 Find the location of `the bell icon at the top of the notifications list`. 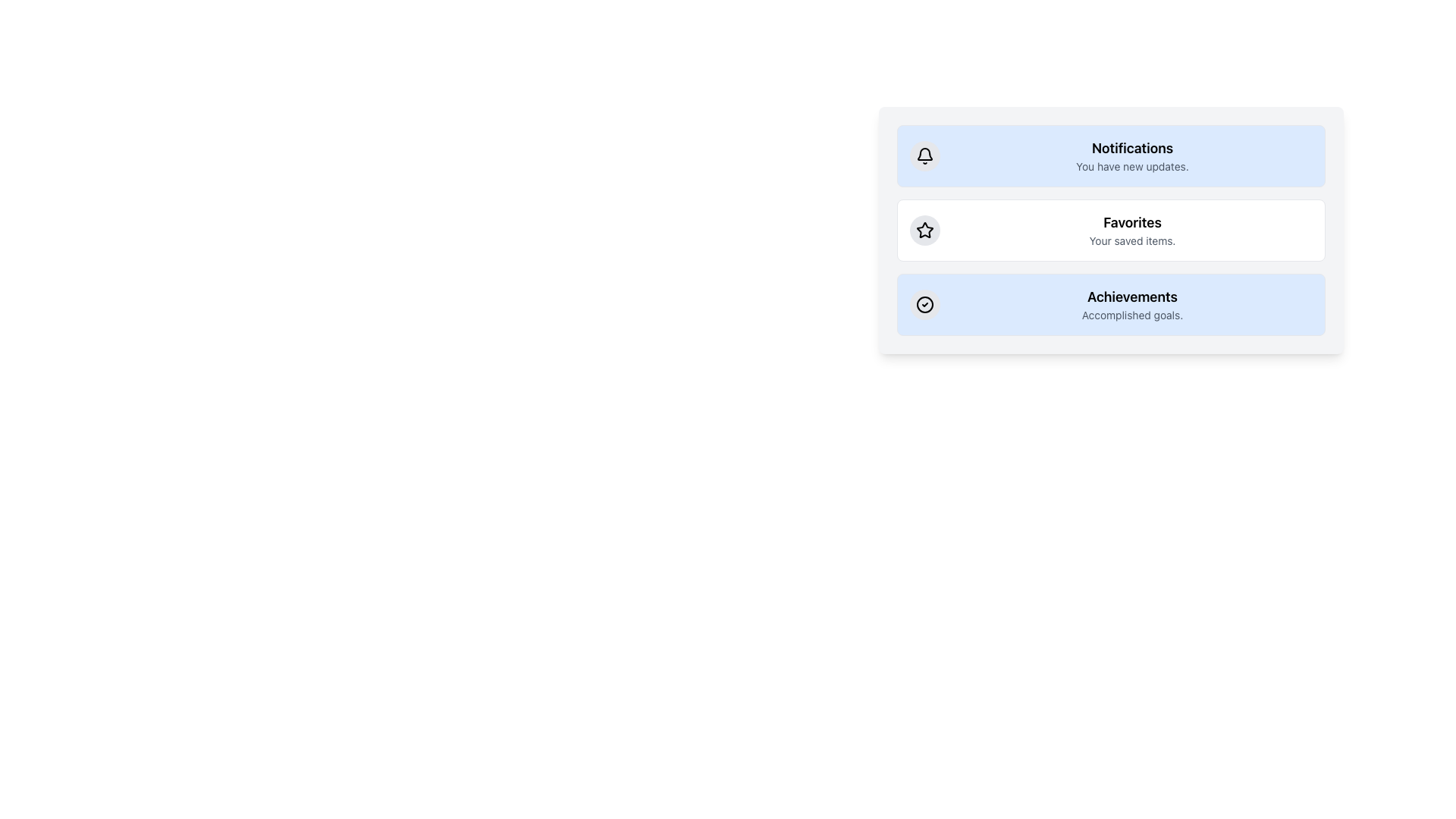

the bell icon at the top of the notifications list is located at coordinates (924, 155).